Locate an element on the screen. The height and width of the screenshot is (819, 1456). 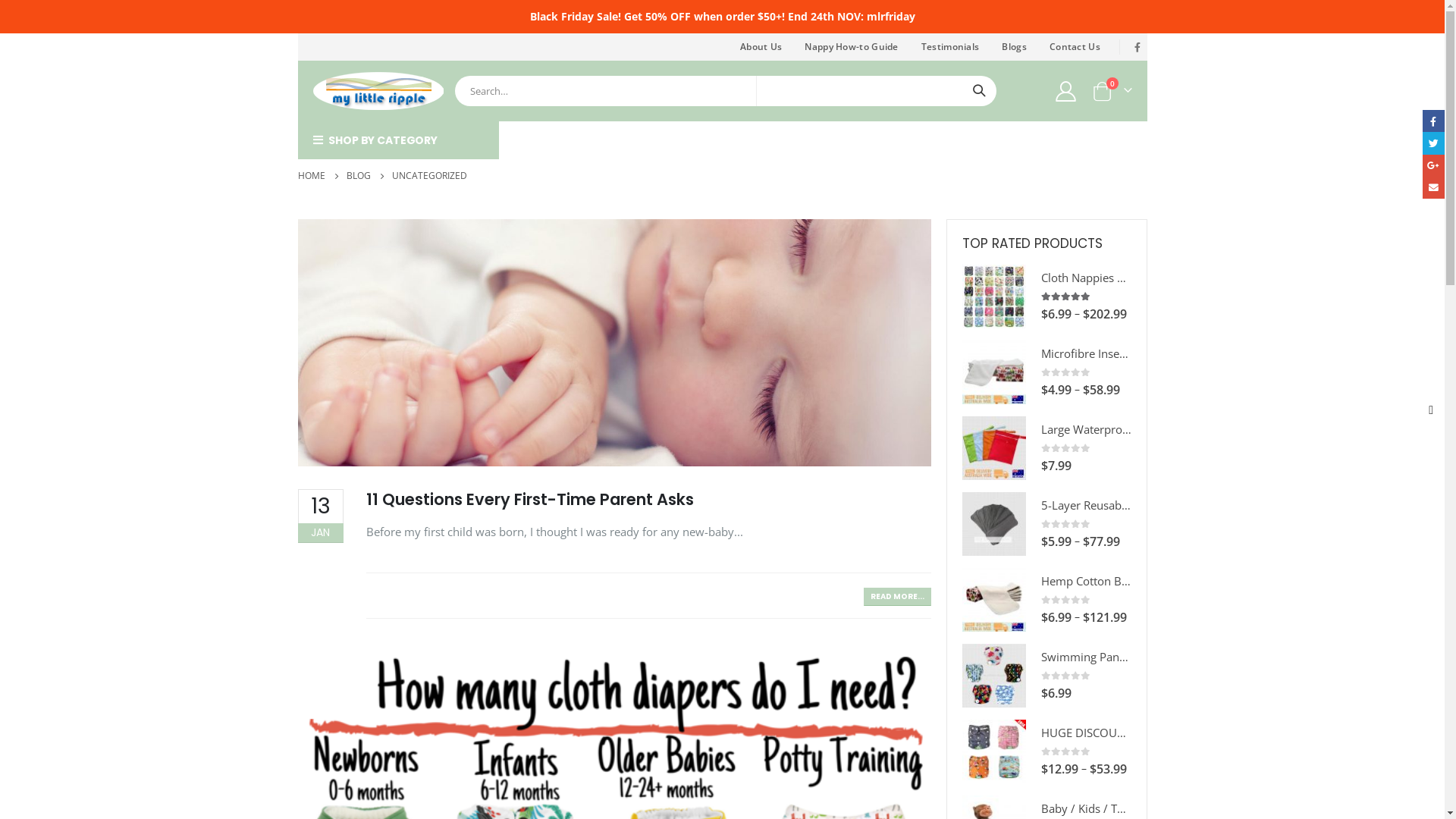
'HUGE DISCOUNT Smaller Size Baby Cloth Nappy Shells Covers' is located at coordinates (1084, 732).